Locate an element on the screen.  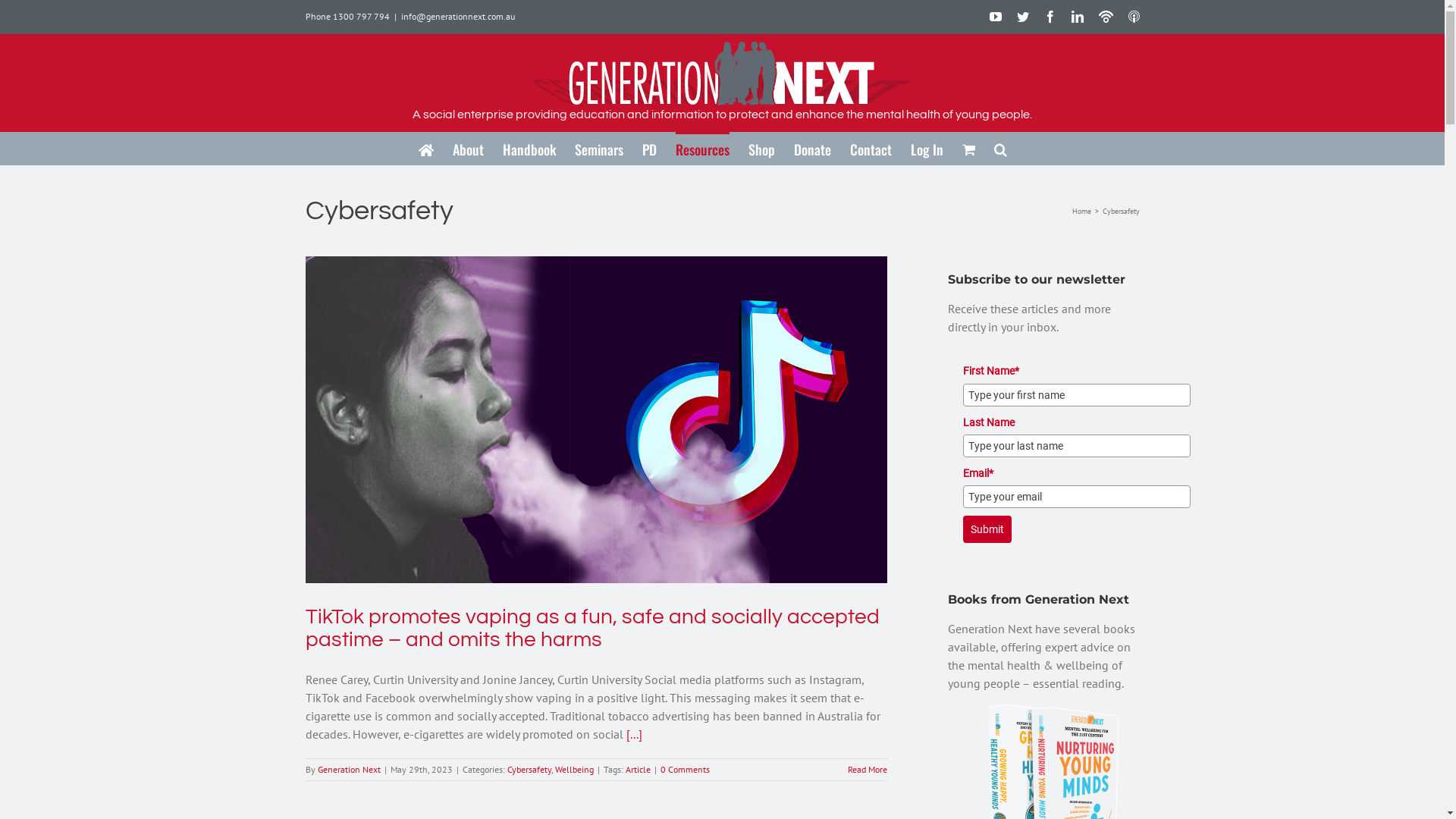
'Log In' is located at coordinates (926, 148).